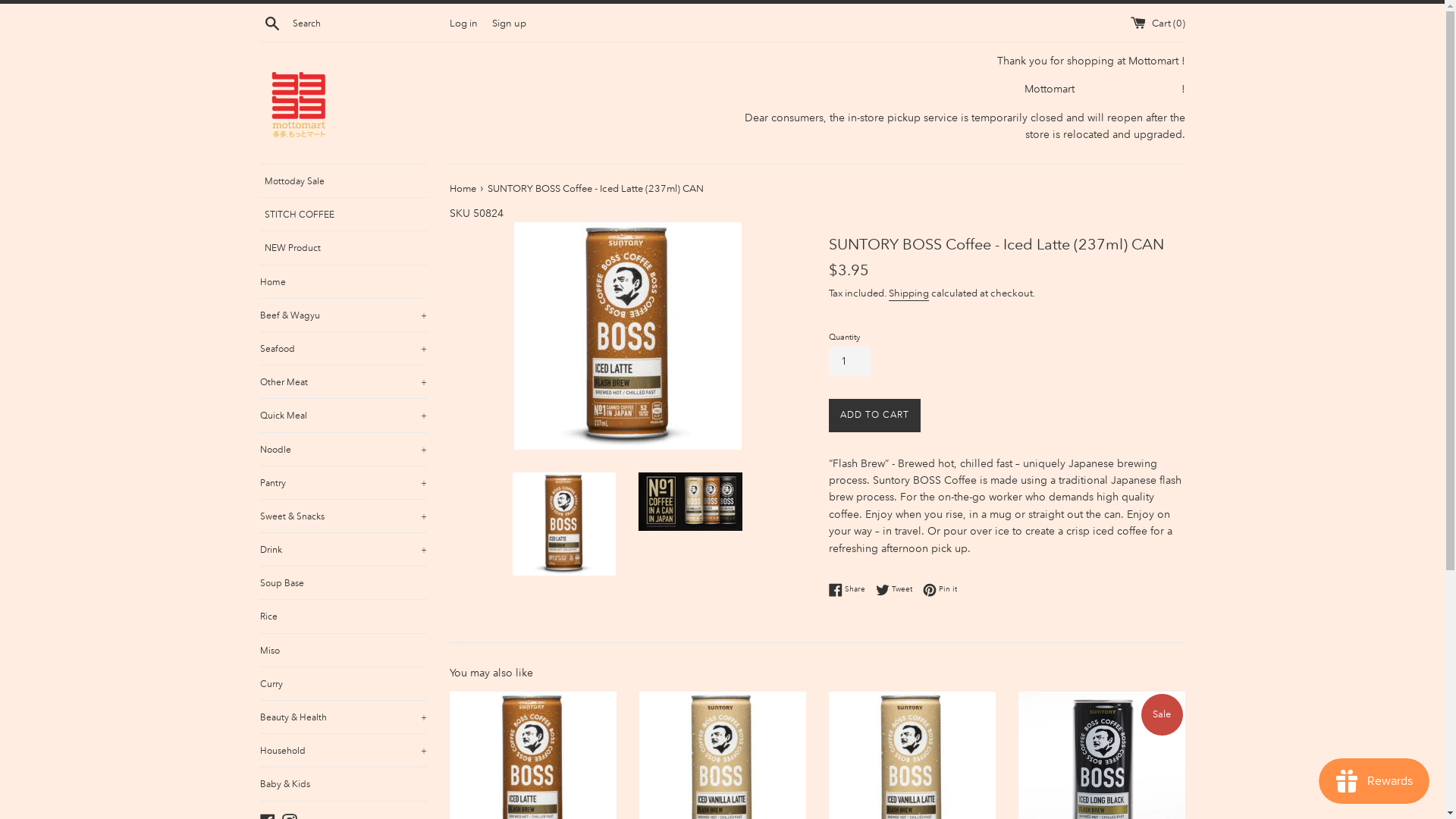  I want to click on 'Other Meat, so click(341, 381).